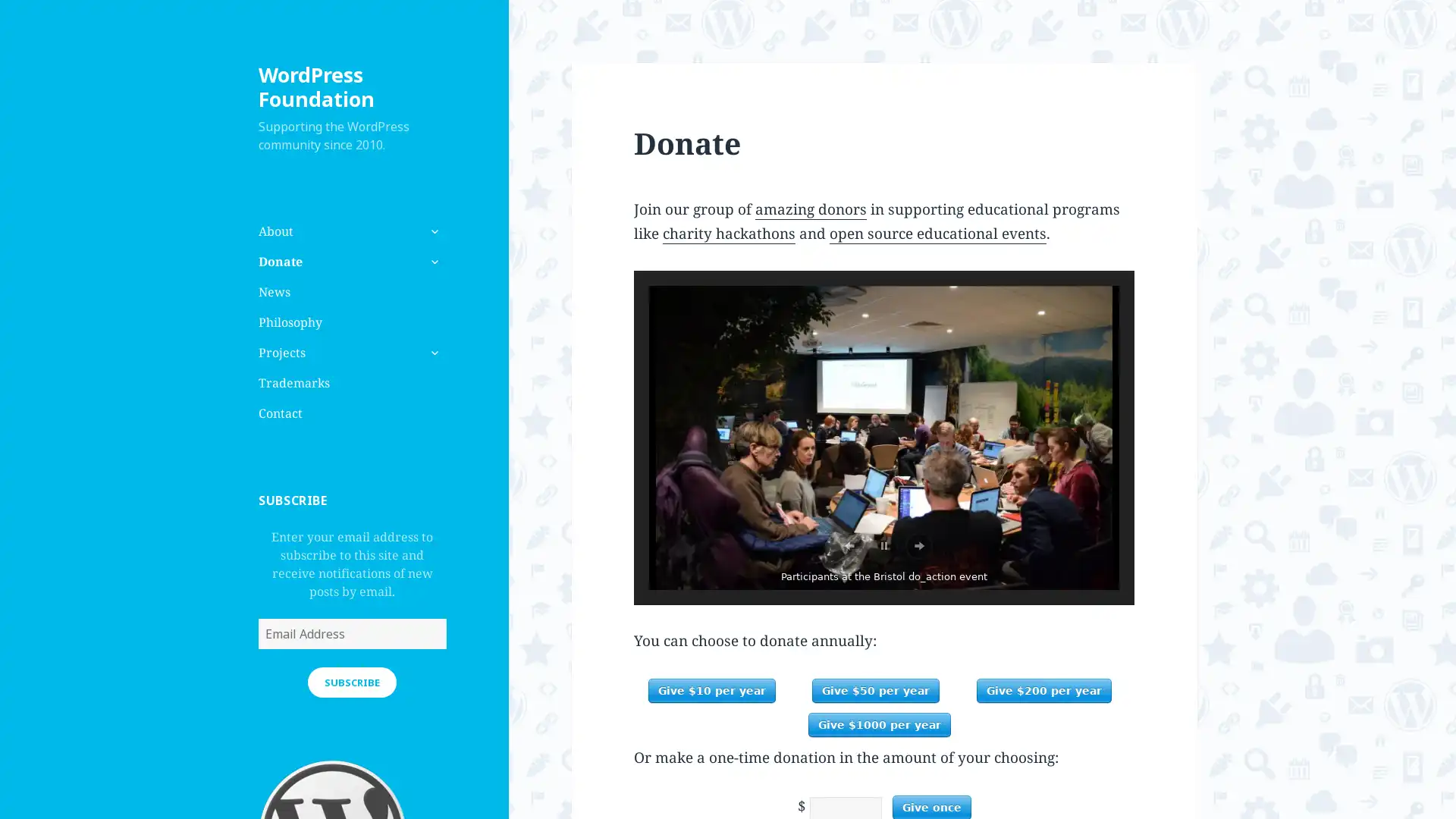  What do you see at coordinates (884, 546) in the screenshot?
I see `Pause Slideshow` at bounding box center [884, 546].